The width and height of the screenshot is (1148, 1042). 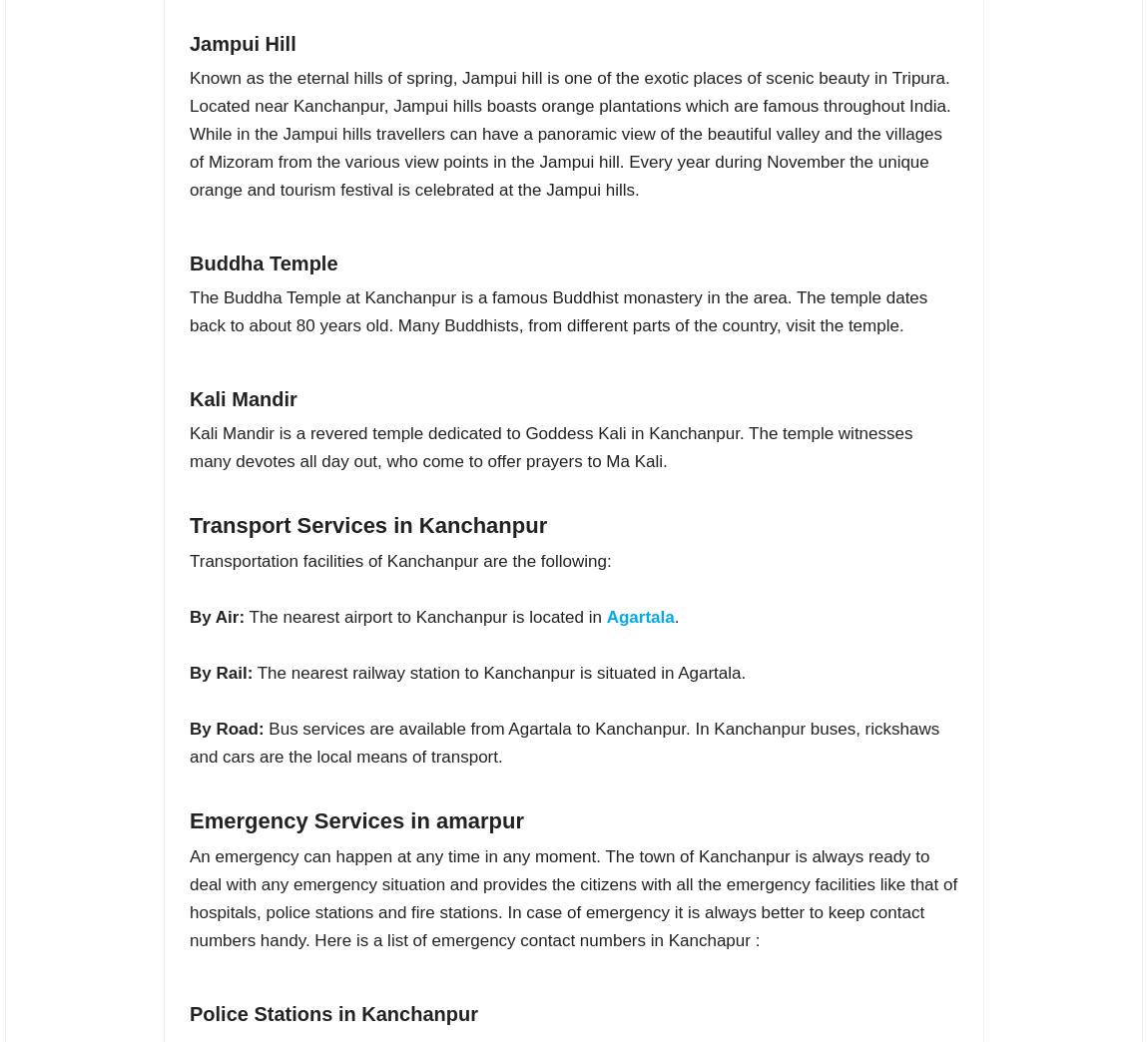 I want to click on 'Emergency Services in amarpur', so click(x=356, y=818).